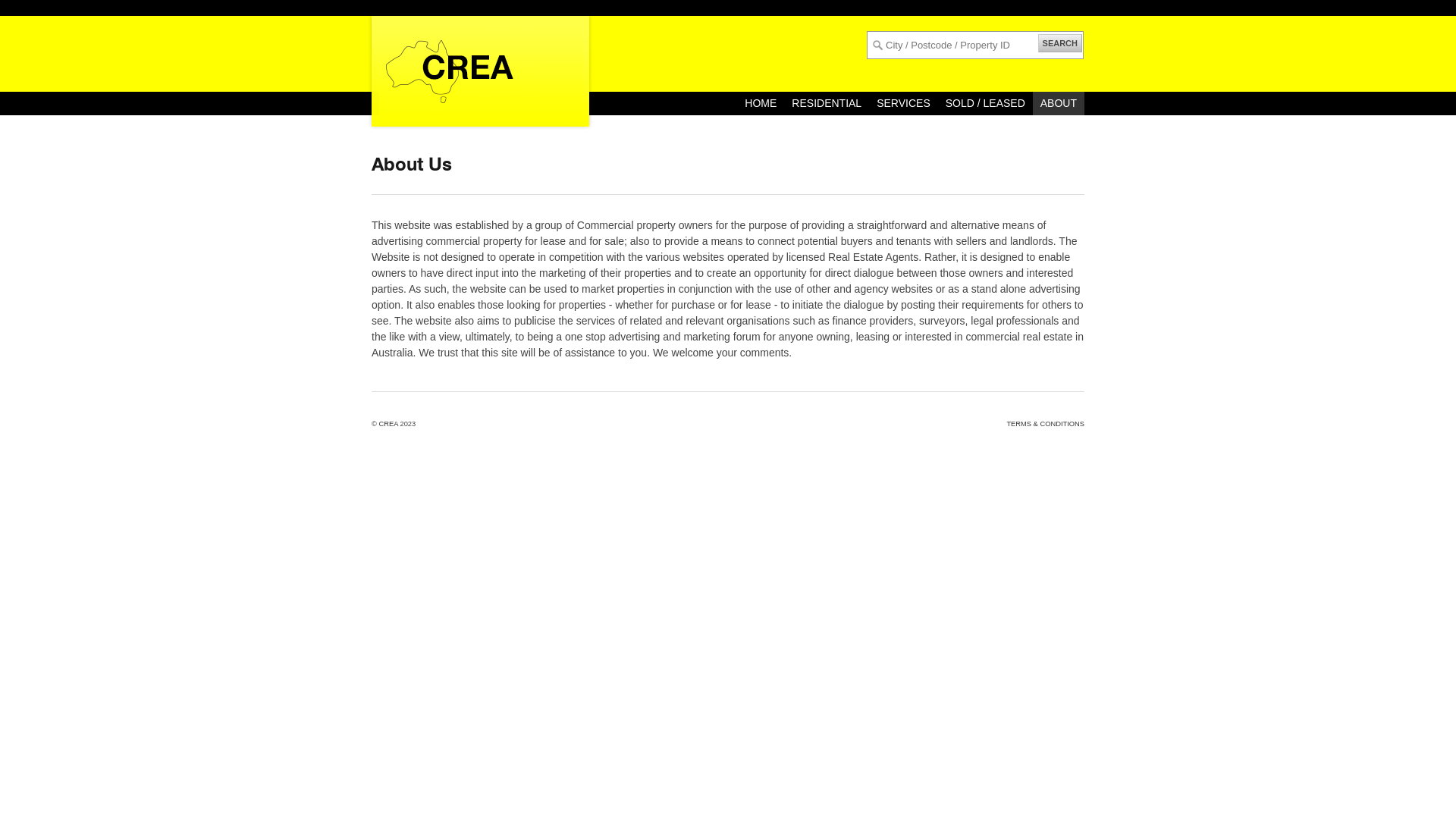  What do you see at coordinates (1044, 424) in the screenshot?
I see `'TERMS & CONDITIONS'` at bounding box center [1044, 424].